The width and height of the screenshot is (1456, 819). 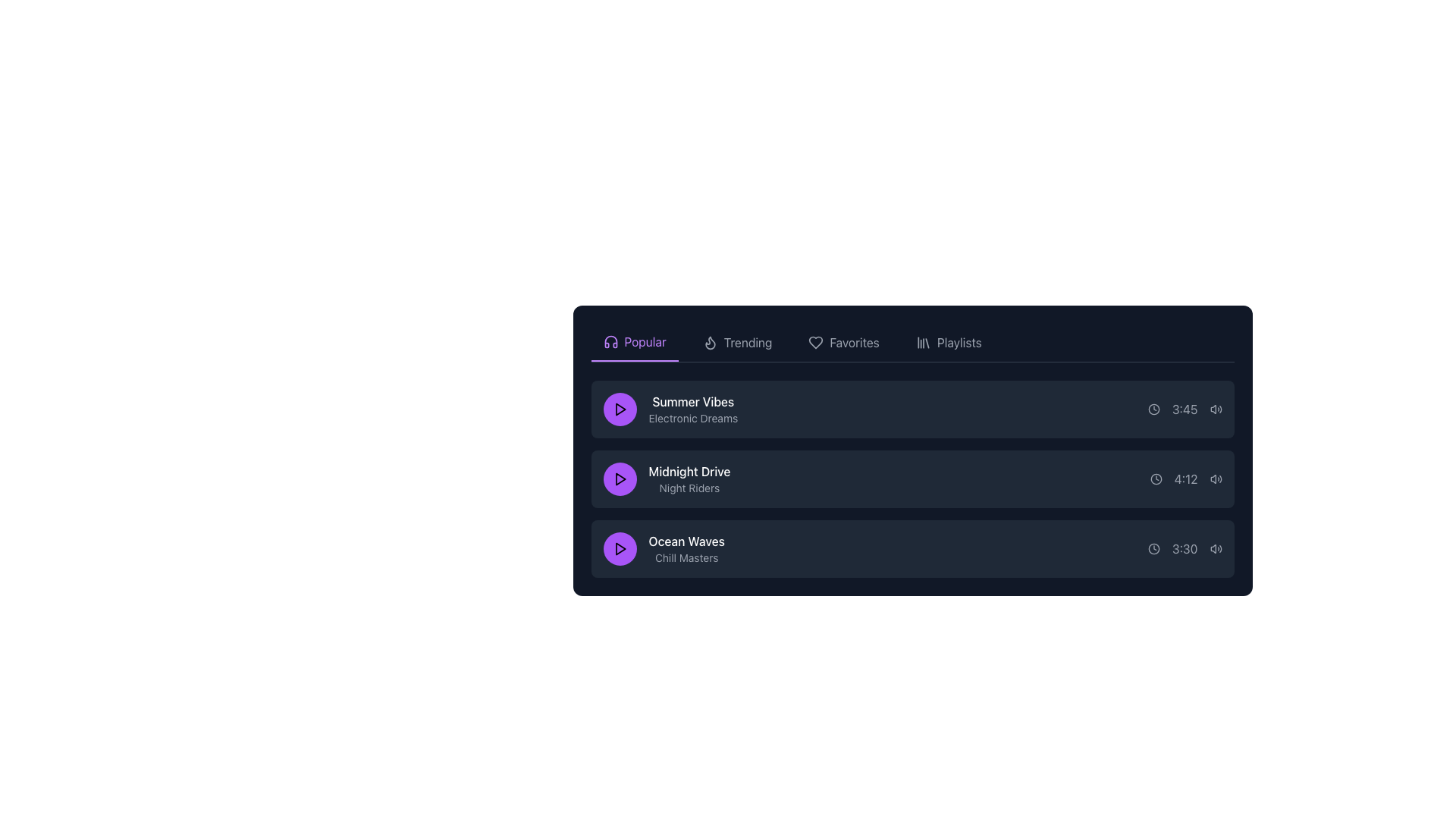 What do you see at coordinates (748, 342) in the screenshot?
I see `the 'Trending' text label, which indicates a section for trending content and is positioned immediately to the right of a flame icon` at bounding box center [748, 342].